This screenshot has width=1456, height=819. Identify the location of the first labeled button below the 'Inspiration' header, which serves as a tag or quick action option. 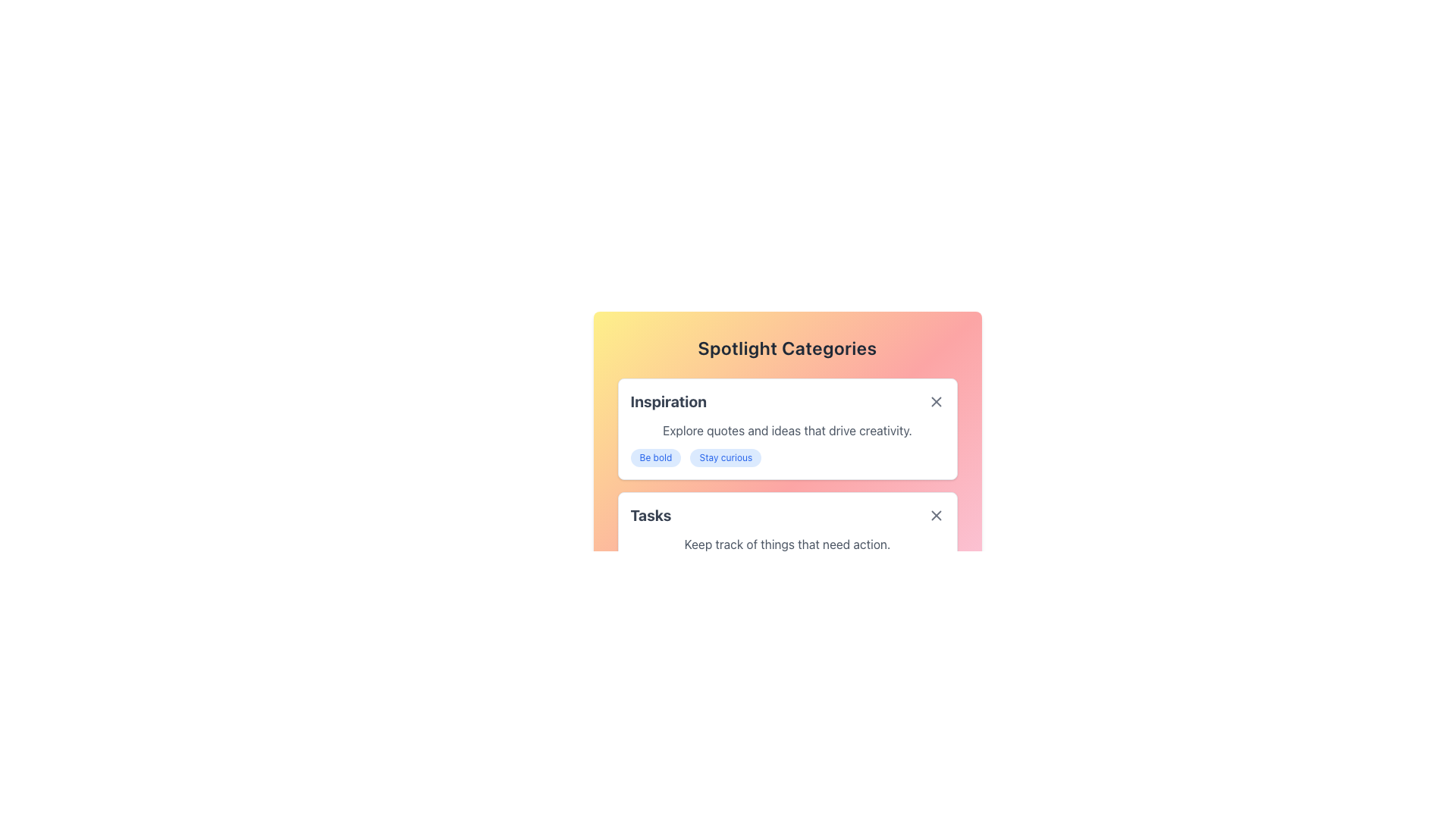
(655, 457).